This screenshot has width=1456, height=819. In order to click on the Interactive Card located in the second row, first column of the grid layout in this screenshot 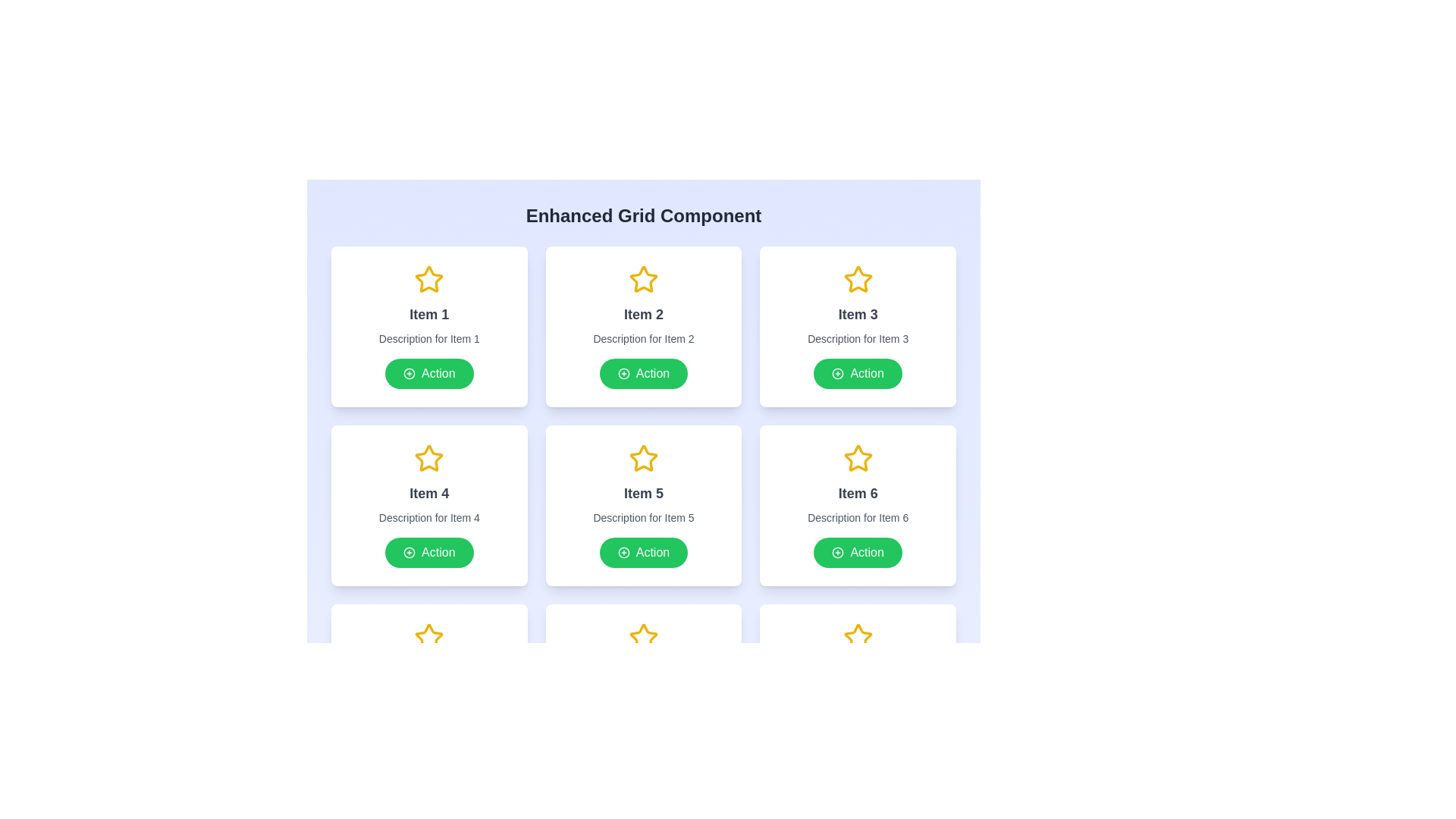, I will do `click(428, 506)`.